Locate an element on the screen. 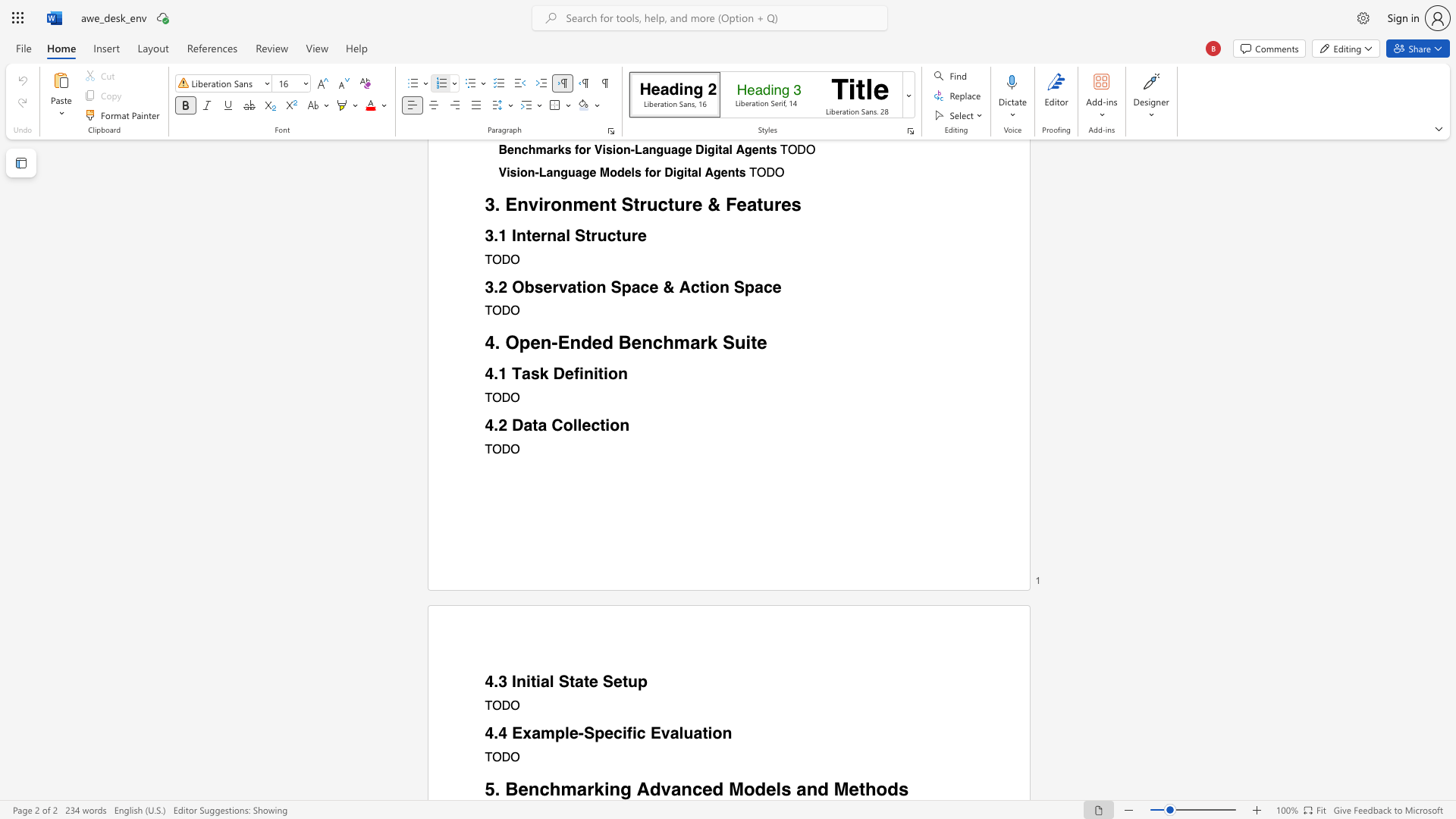  the 1th character "e" in the text is located at coordinates (523, 788).